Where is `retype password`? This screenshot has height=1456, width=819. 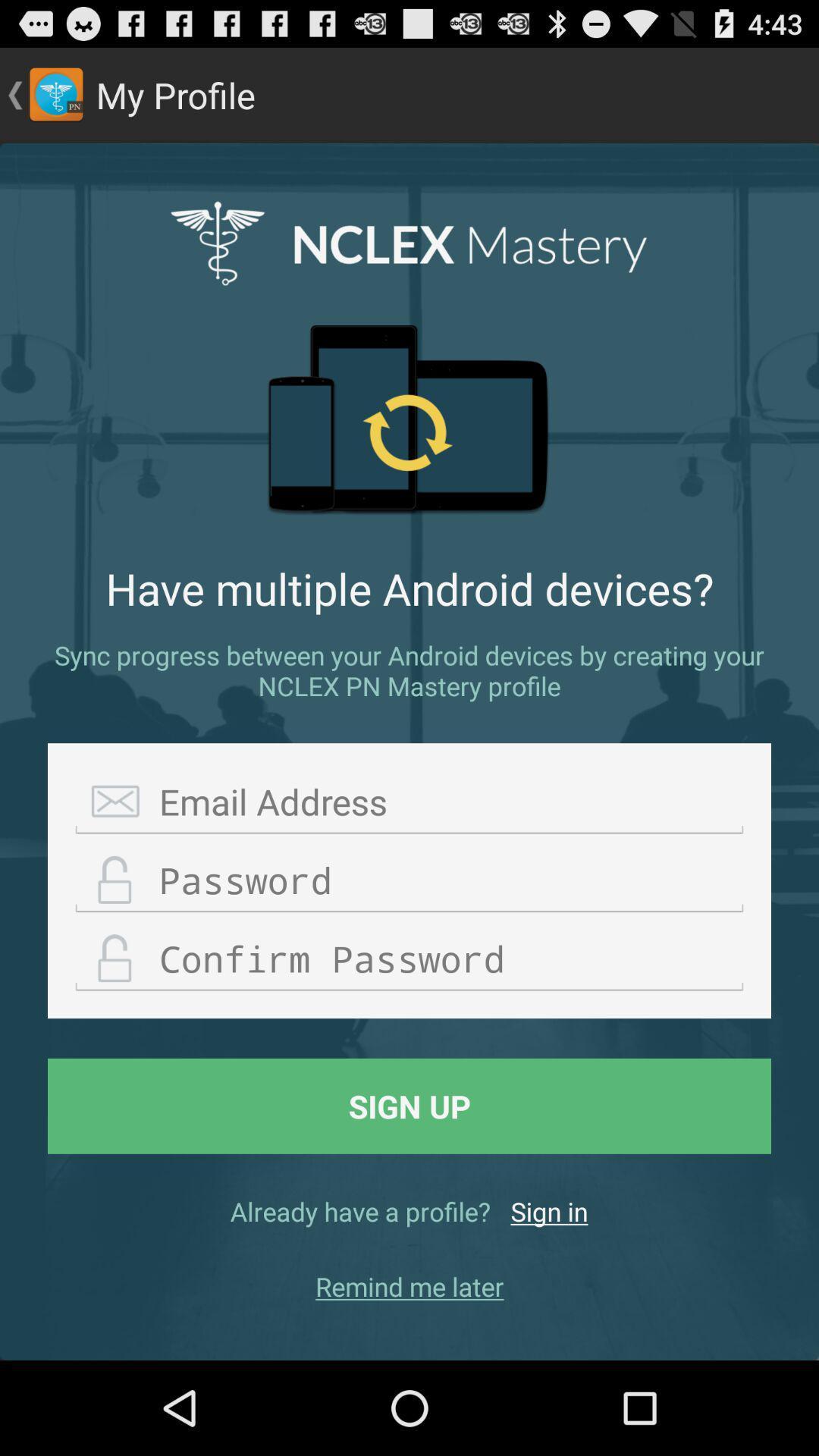
retype password is located at coordinates (409, 959).